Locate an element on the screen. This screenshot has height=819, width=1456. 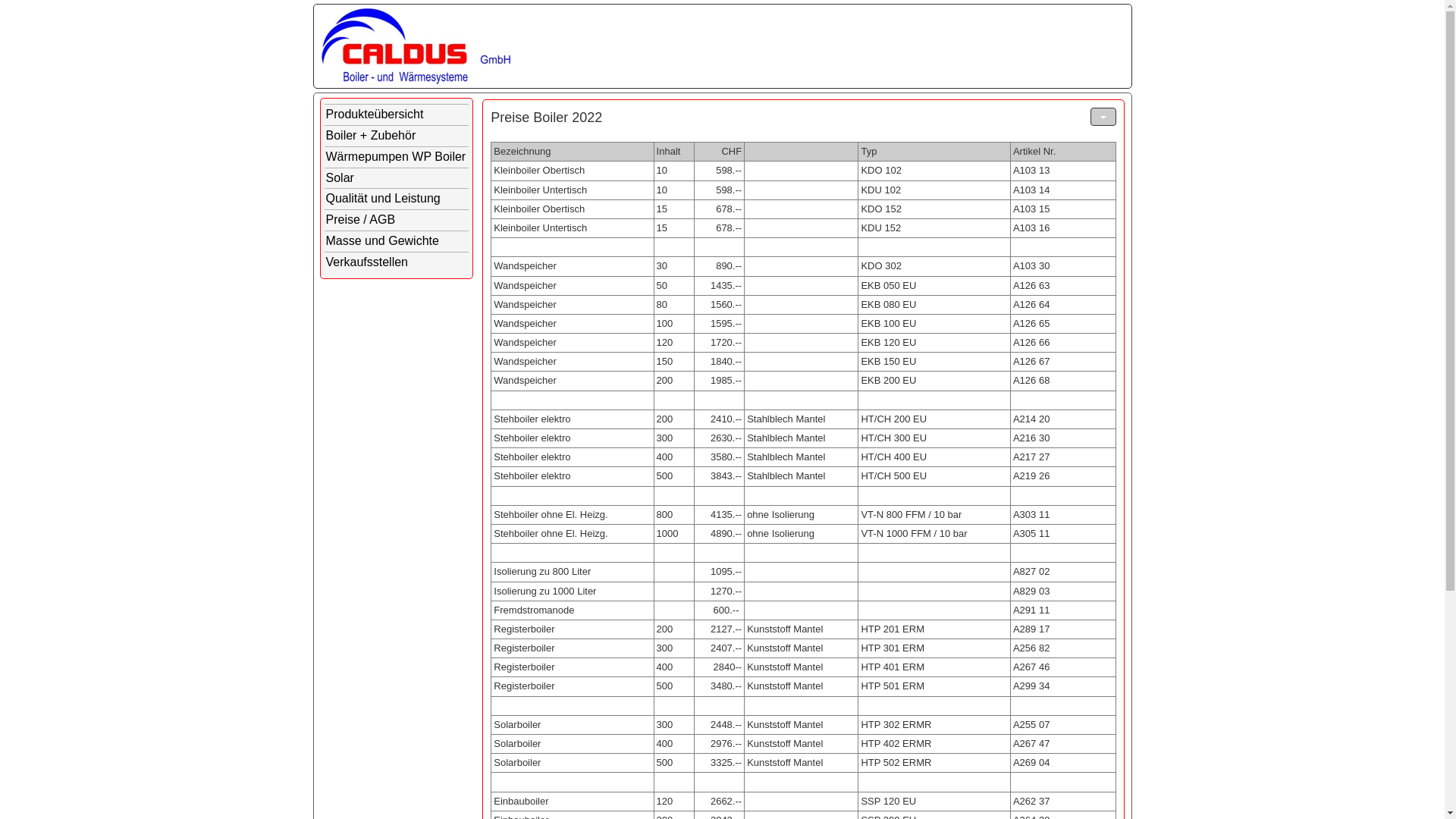
'Solar' is located at coordinates (397, 177).